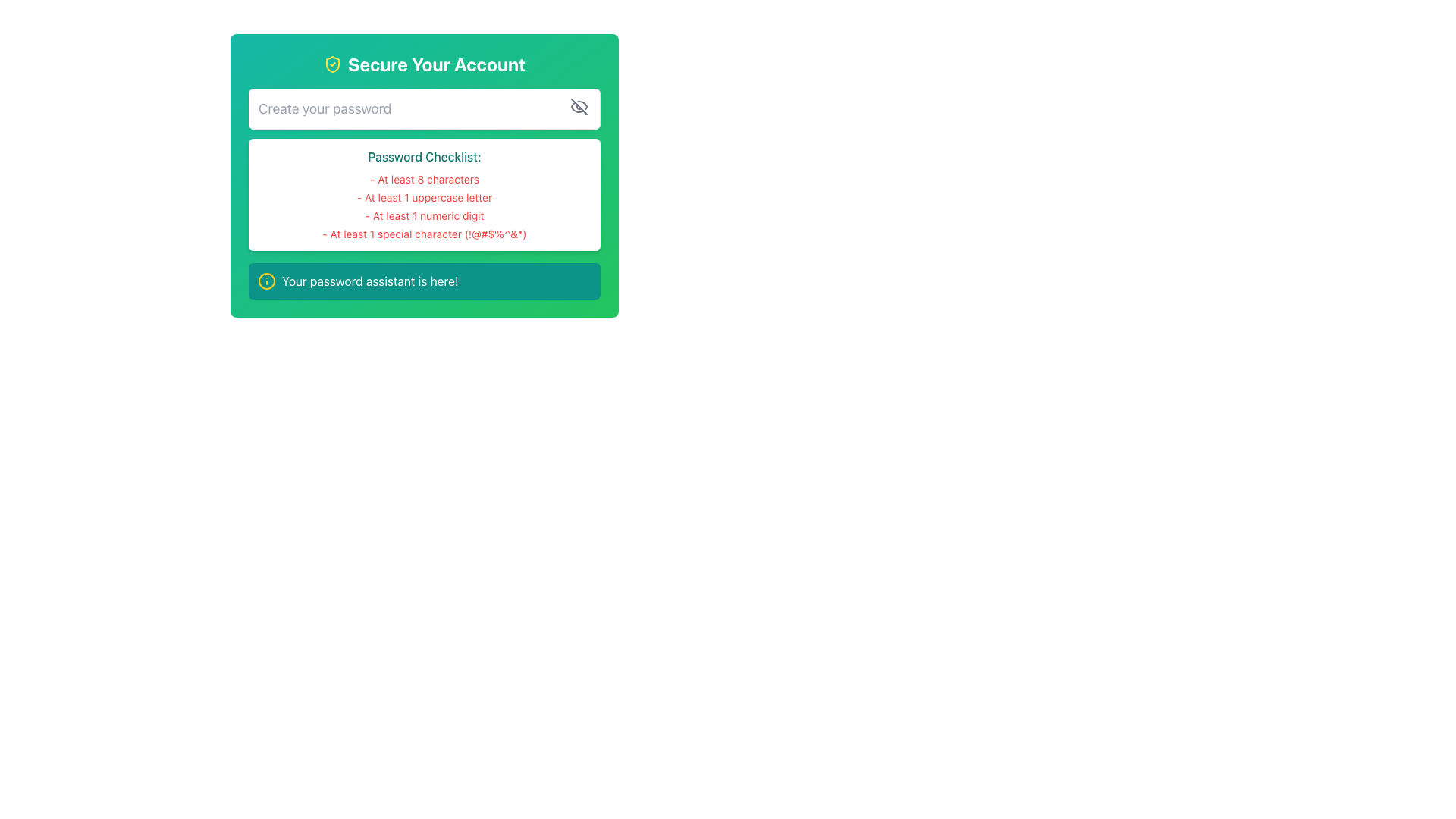 The width and height of the screenshot is (1456, 819). What do you see at coordinates (425, 216) in the screenshot?
I see `the text element that indicates the requirement for including at least one numeric digit in passwords, located in the Password Checklist below the uppercase letter requirement` at bounding box center [425, 216].